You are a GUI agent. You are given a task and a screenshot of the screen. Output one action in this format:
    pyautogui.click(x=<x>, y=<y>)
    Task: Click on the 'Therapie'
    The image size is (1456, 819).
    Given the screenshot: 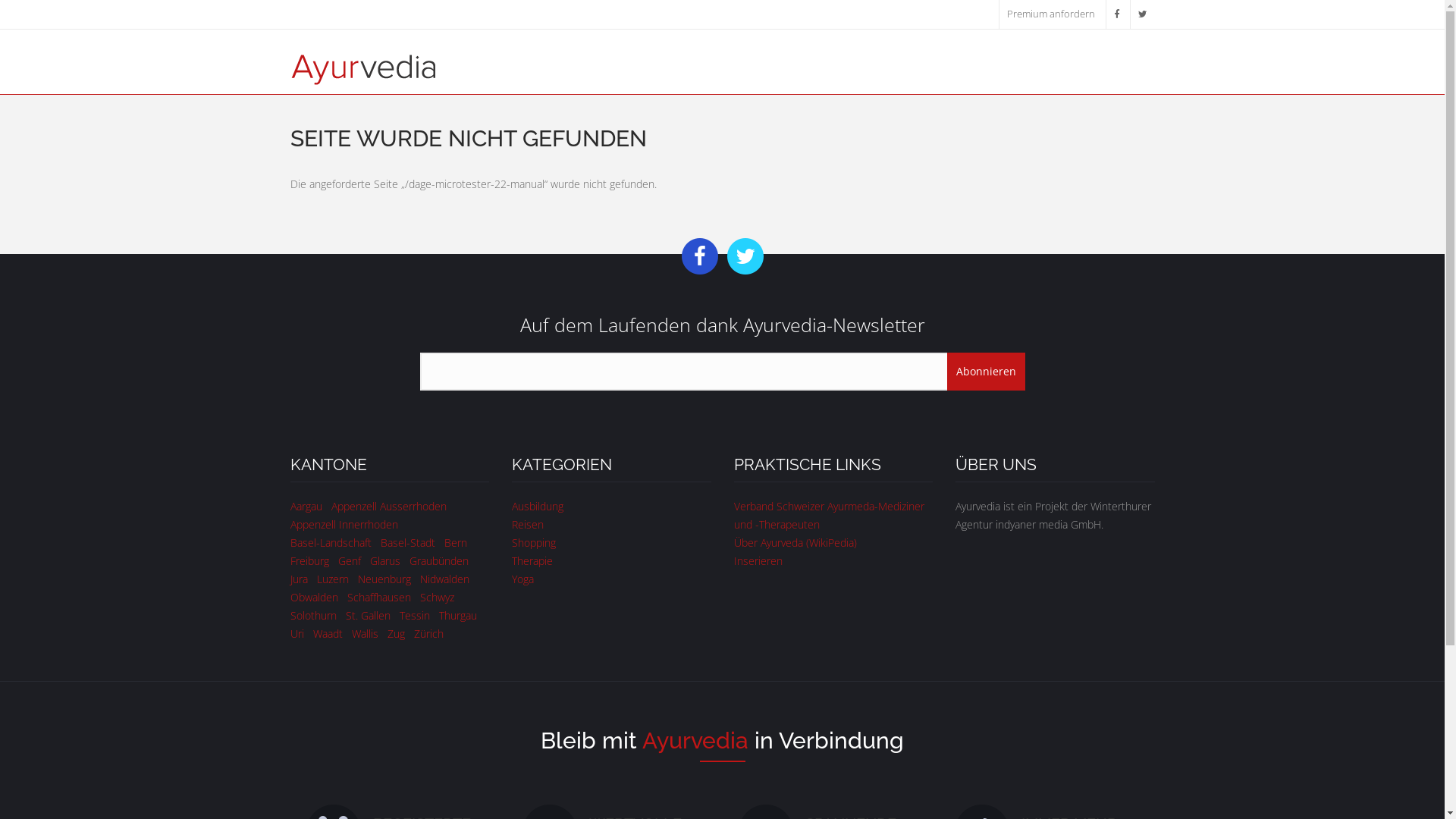 What is the action you would take?
    pyautogui.click(x=512, y=560)
    